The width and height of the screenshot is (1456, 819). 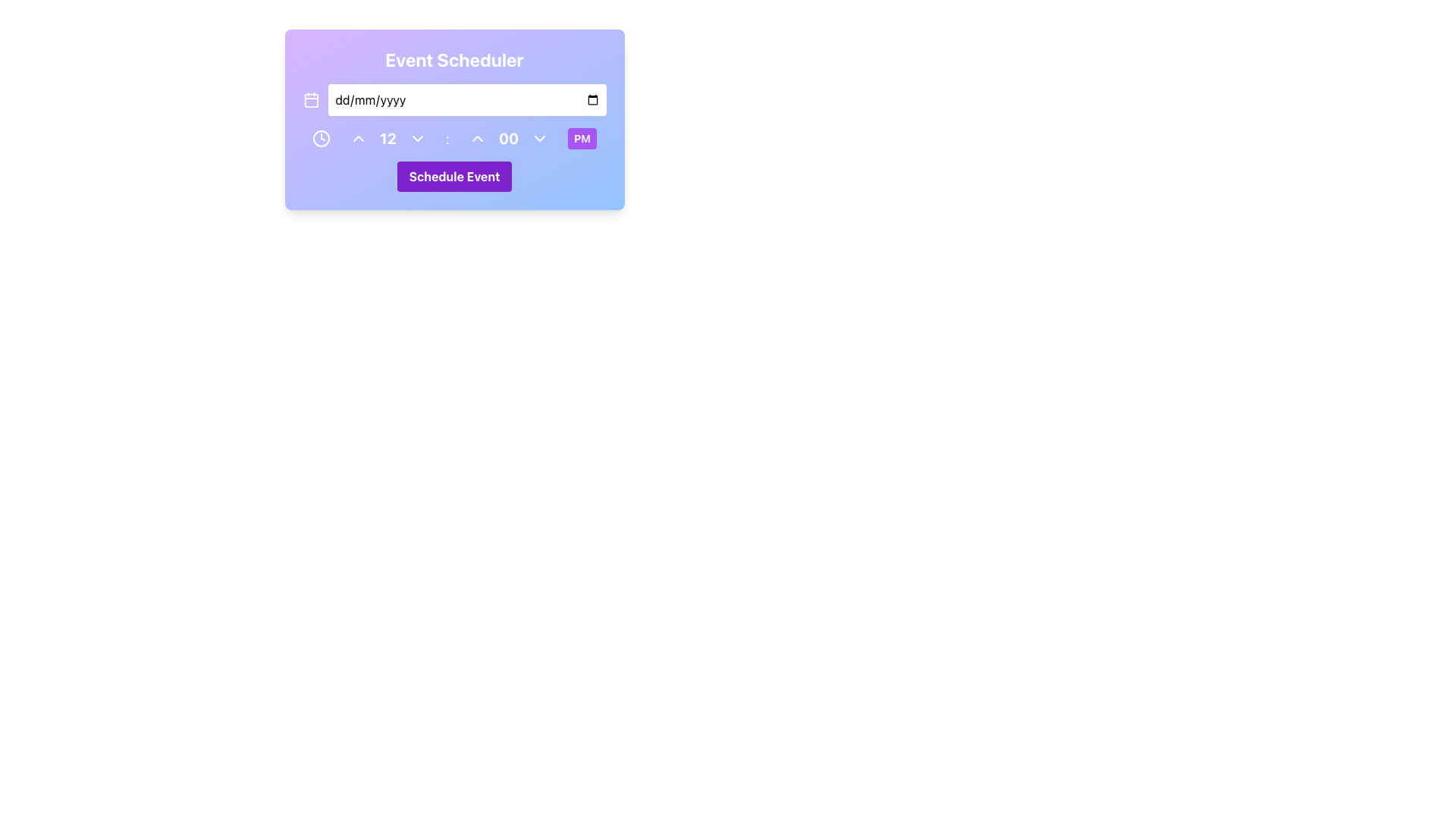 I want to click on the text display element that shows the currently selected hour in a 12-hour format within the time selector module of the event scheduler interface, so click(x=388, y=138).